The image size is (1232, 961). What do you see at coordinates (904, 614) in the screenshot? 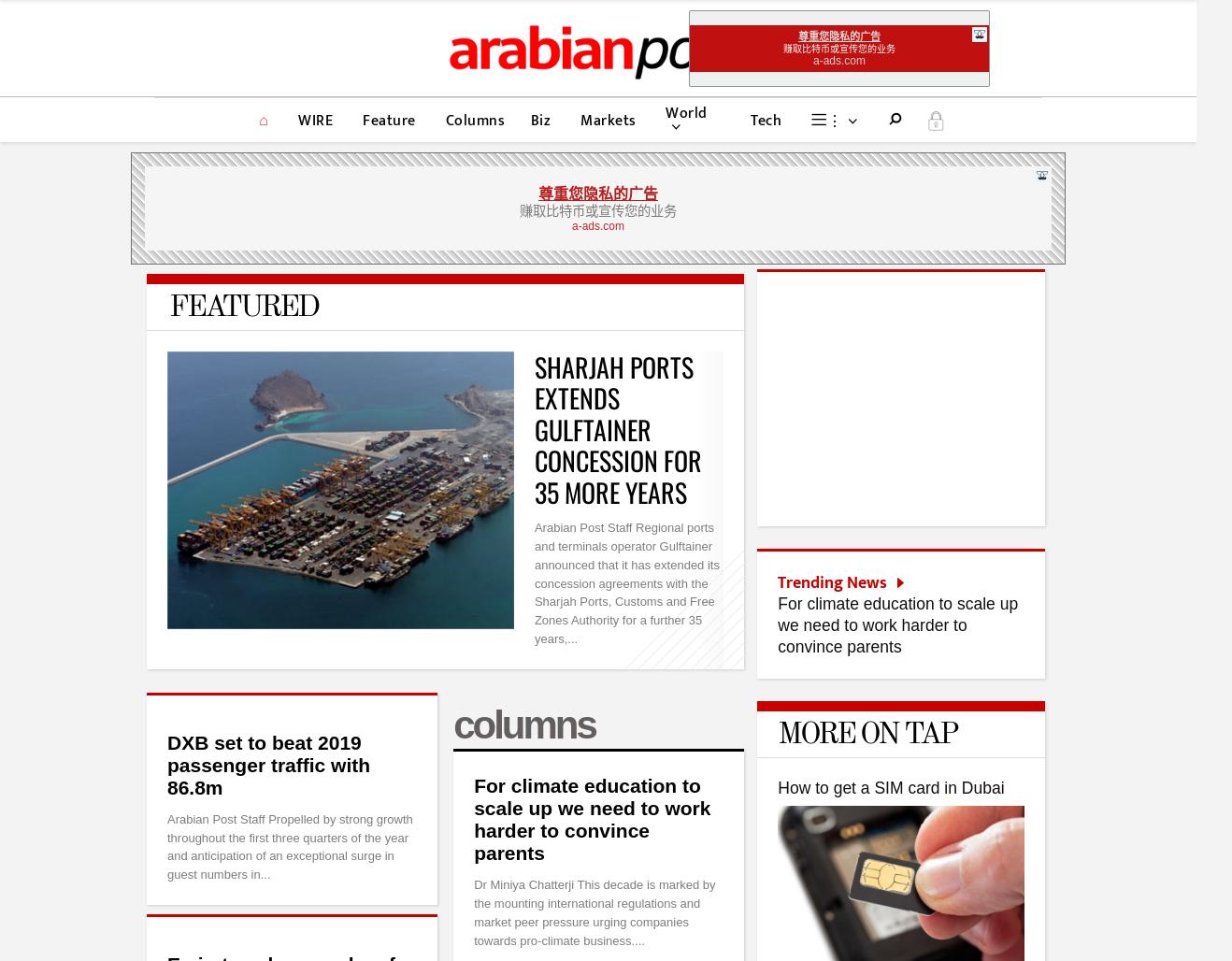
I see `'Chinese replay of Japan’s two lost decades'` at bounding box center [904, 614].